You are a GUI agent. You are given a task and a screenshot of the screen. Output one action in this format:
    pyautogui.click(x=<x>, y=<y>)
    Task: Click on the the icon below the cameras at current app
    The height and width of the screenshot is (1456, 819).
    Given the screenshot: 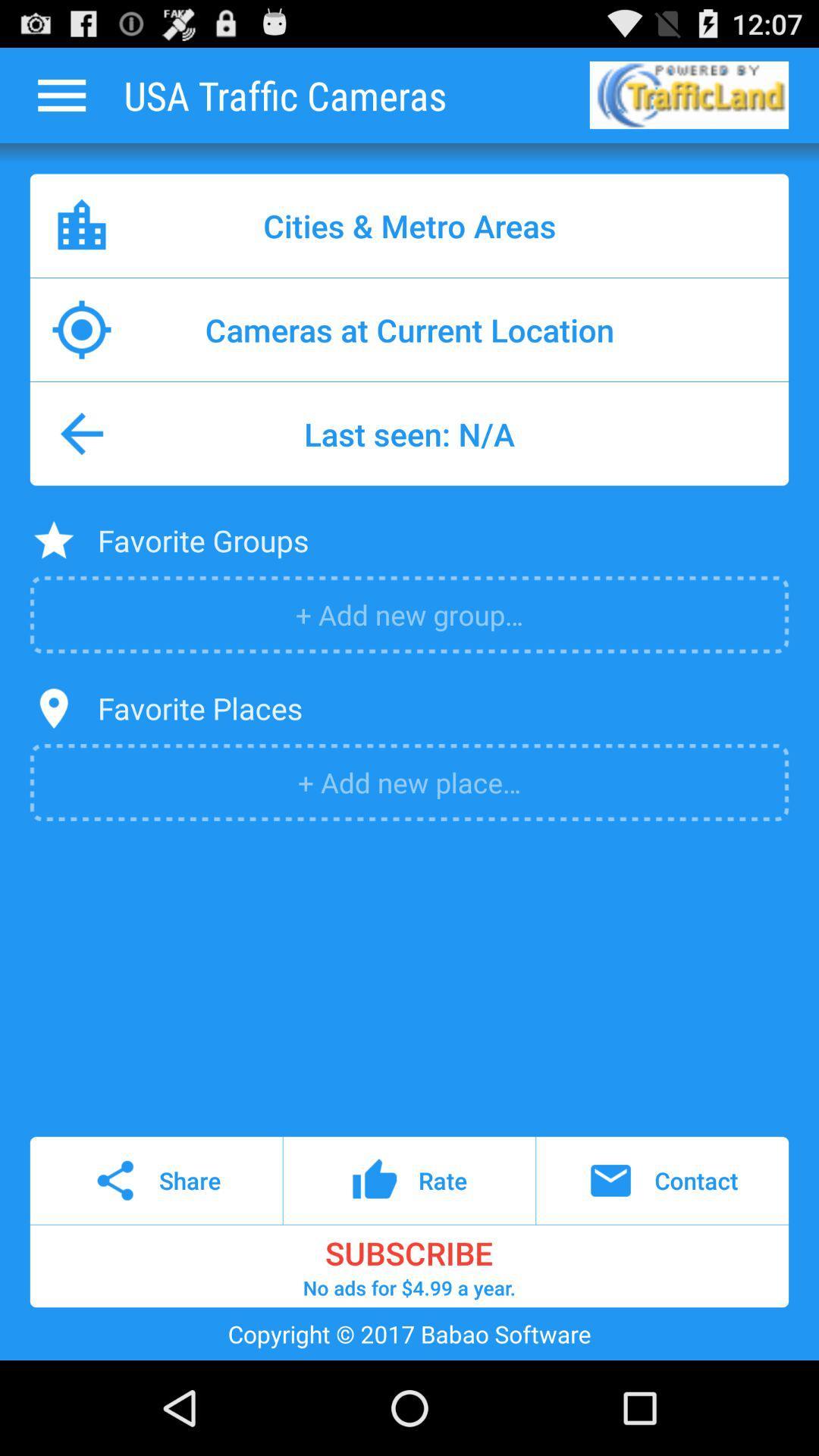 What is the action you would take?
    pyautogui.click(x=409, y=433)
    